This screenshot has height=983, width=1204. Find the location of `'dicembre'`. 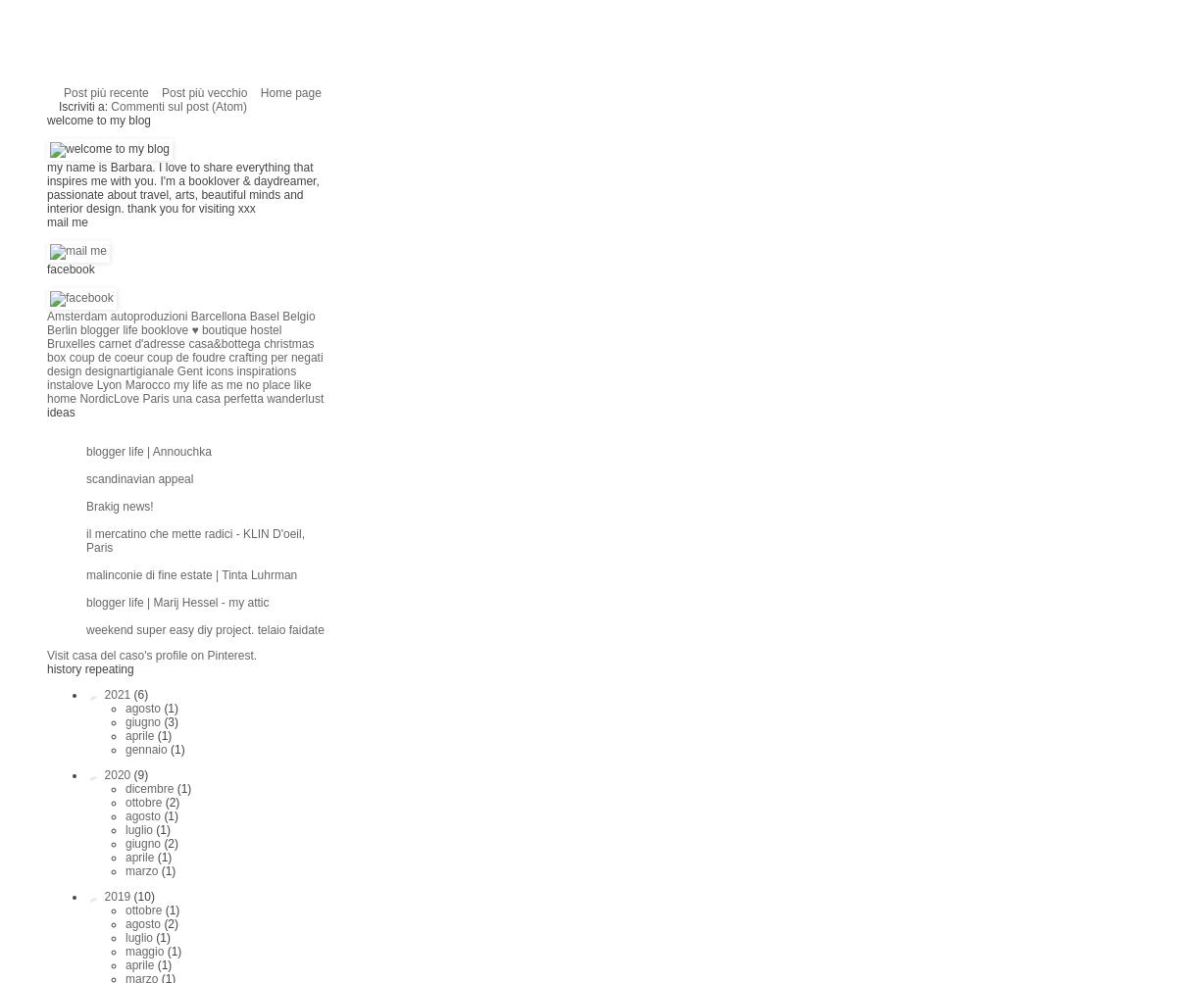

'dicembre' is located at coordinates (125, 788).